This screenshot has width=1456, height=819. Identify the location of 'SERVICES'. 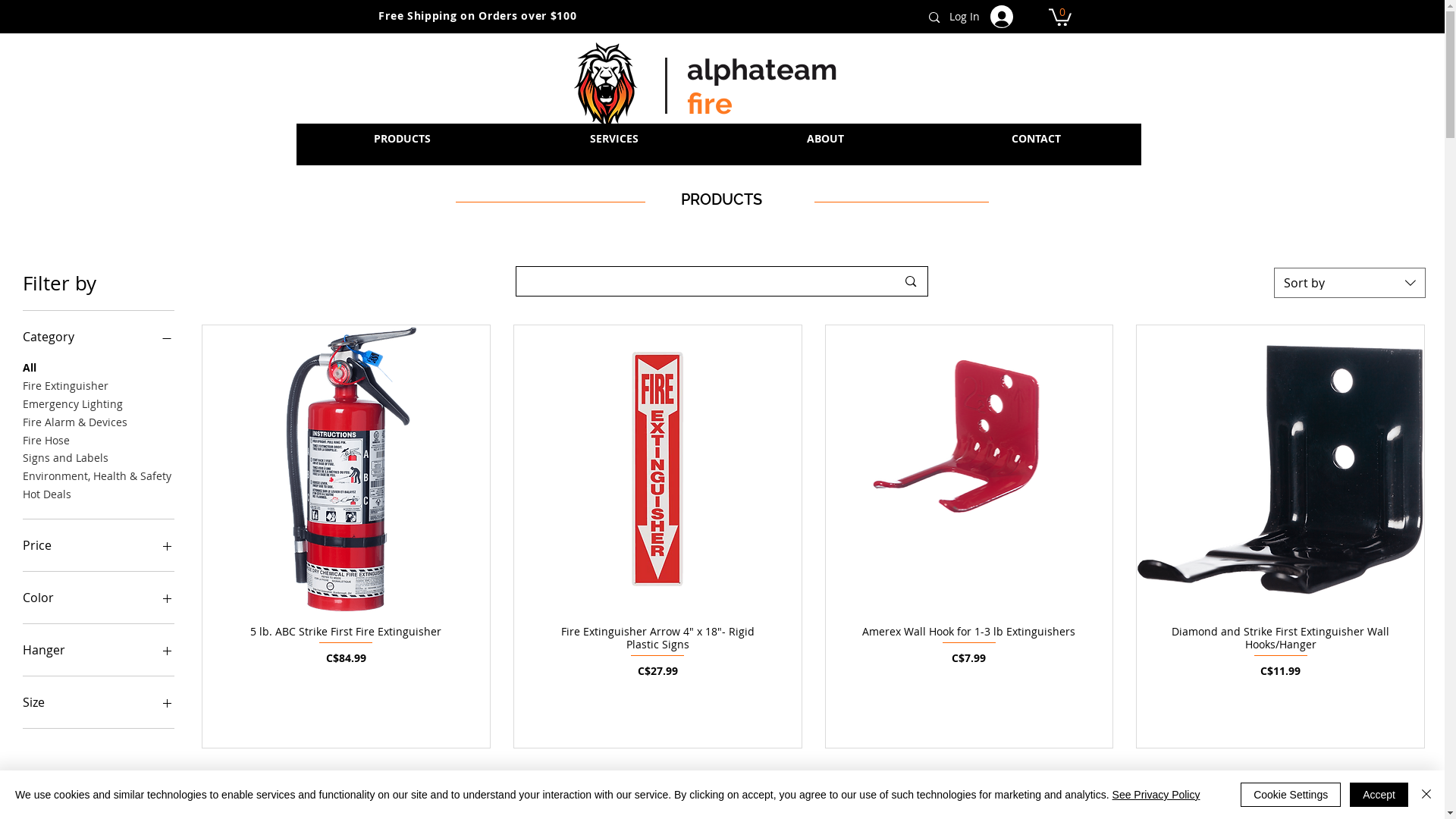
(613, 138).